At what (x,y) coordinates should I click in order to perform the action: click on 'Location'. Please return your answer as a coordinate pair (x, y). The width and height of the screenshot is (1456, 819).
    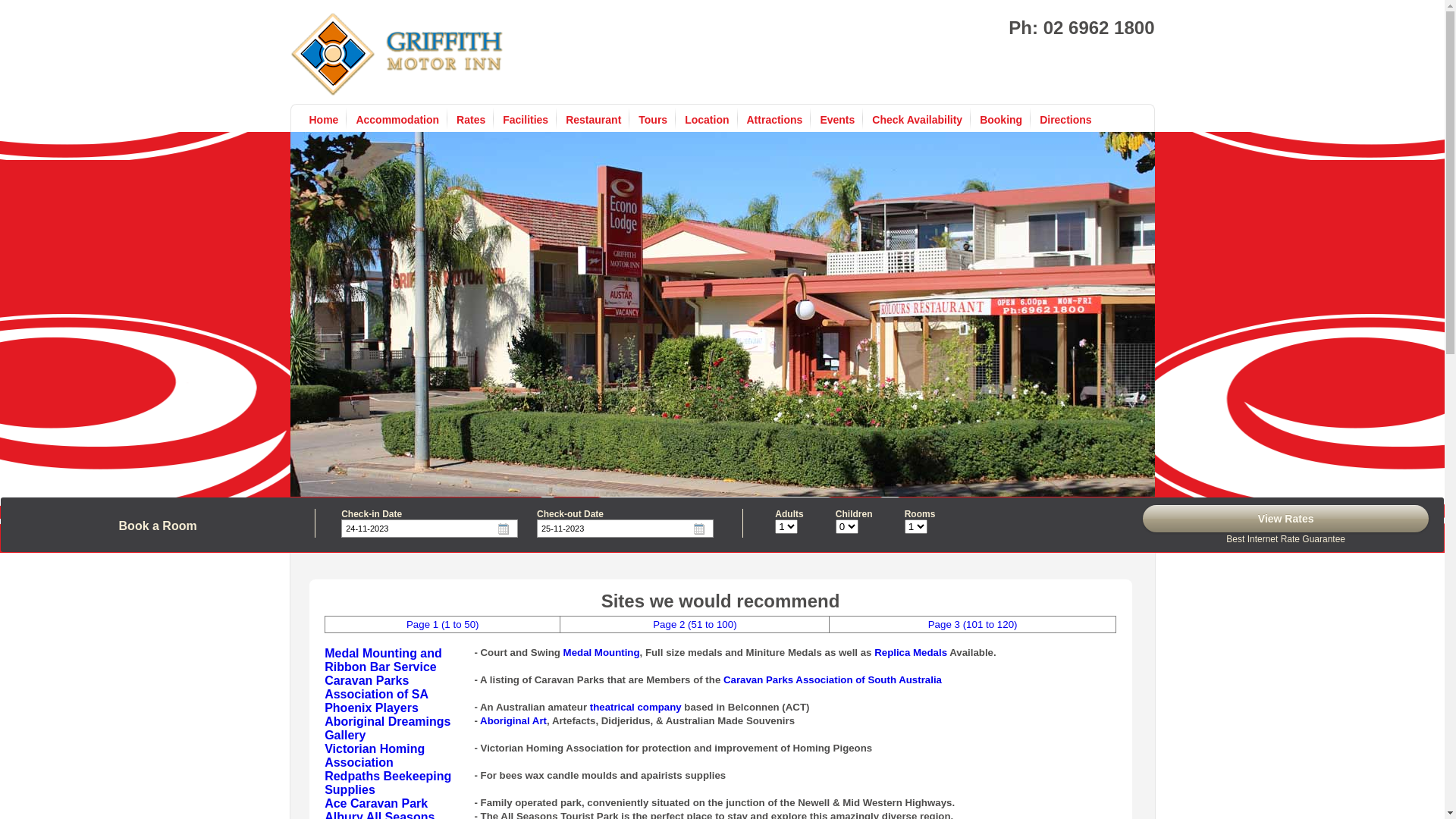
    Looking at the image, I should click on (705, 119).